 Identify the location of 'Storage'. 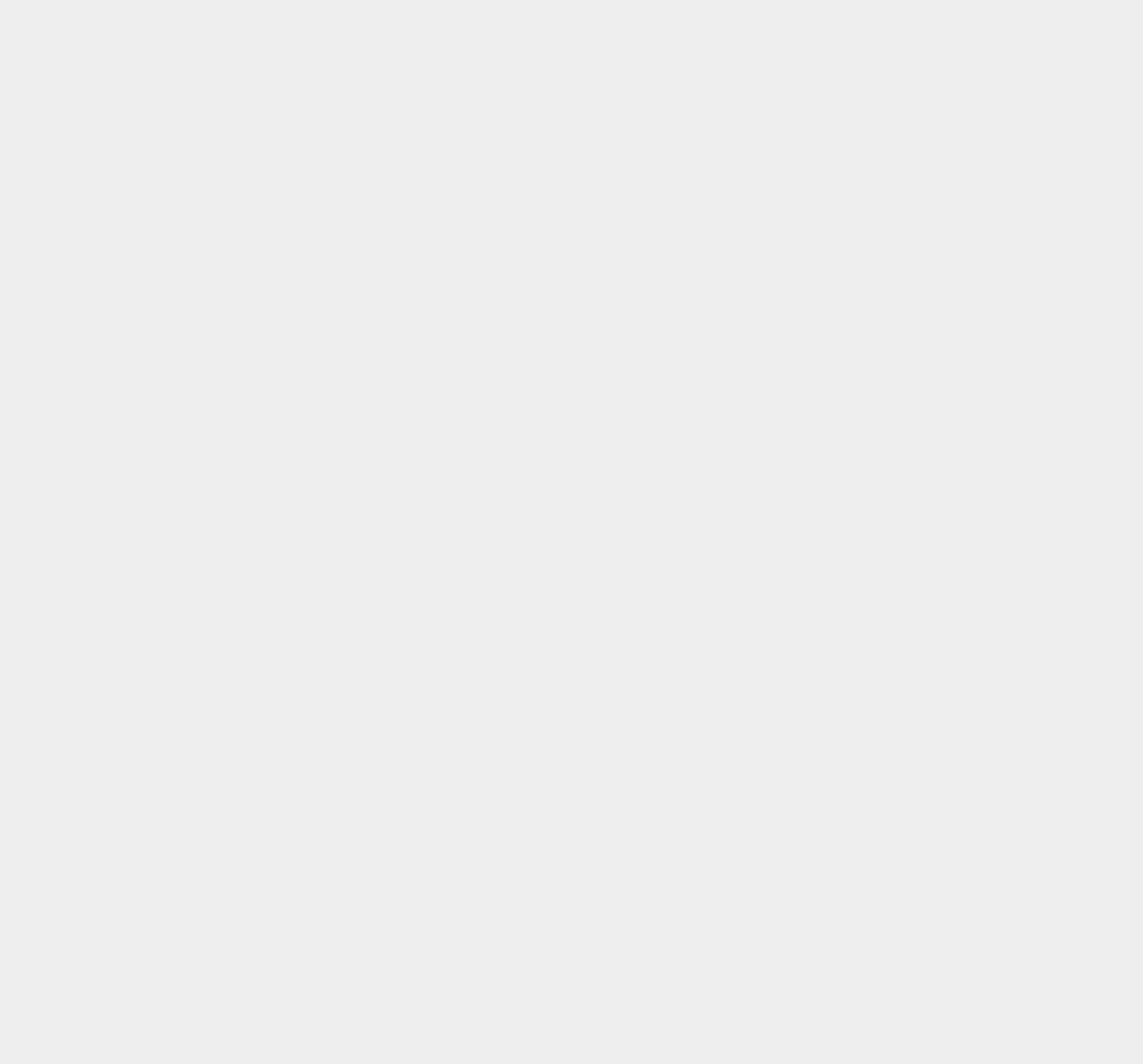
(831, 296).